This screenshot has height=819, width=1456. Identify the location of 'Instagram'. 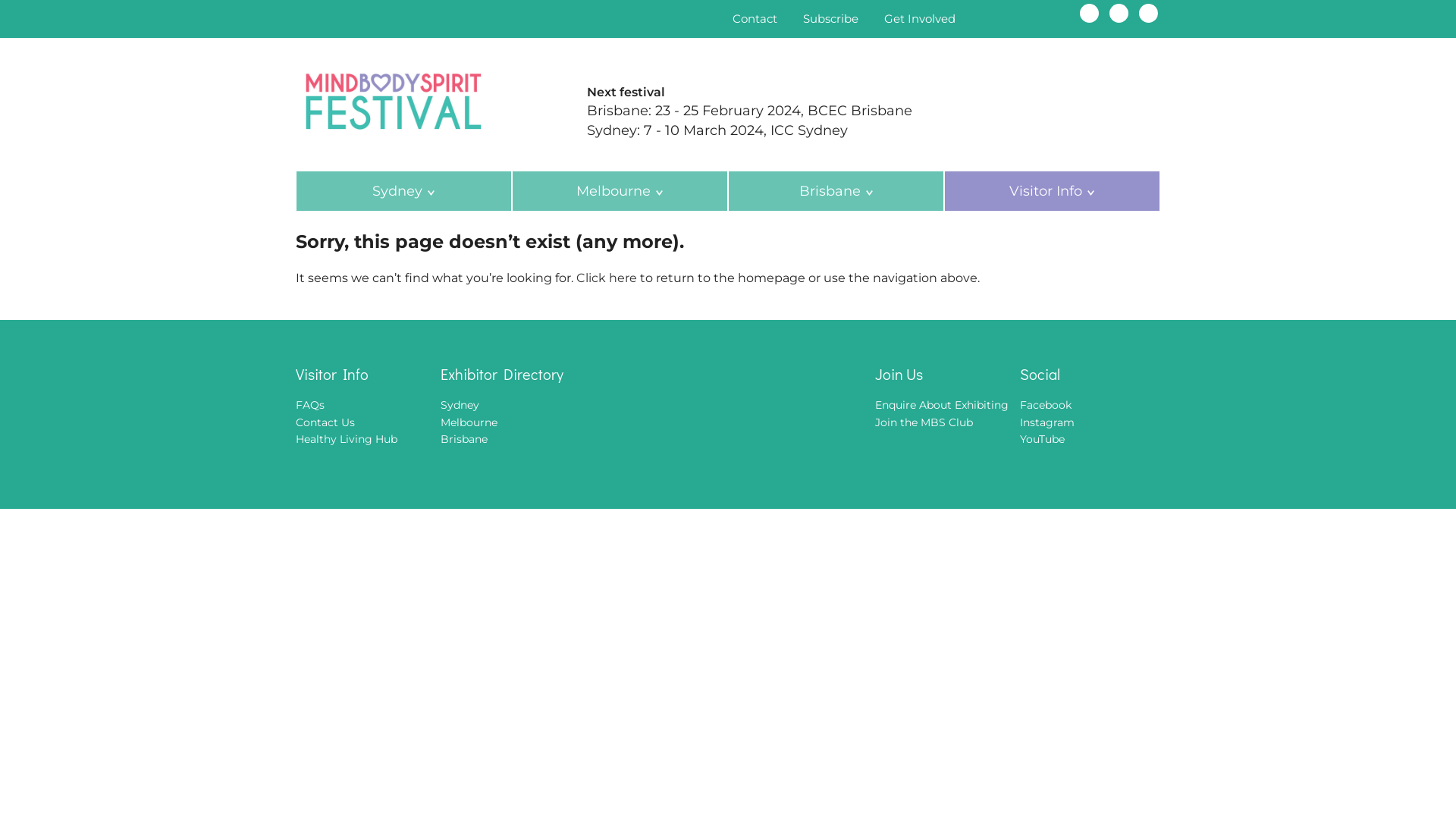
(1119, 13).